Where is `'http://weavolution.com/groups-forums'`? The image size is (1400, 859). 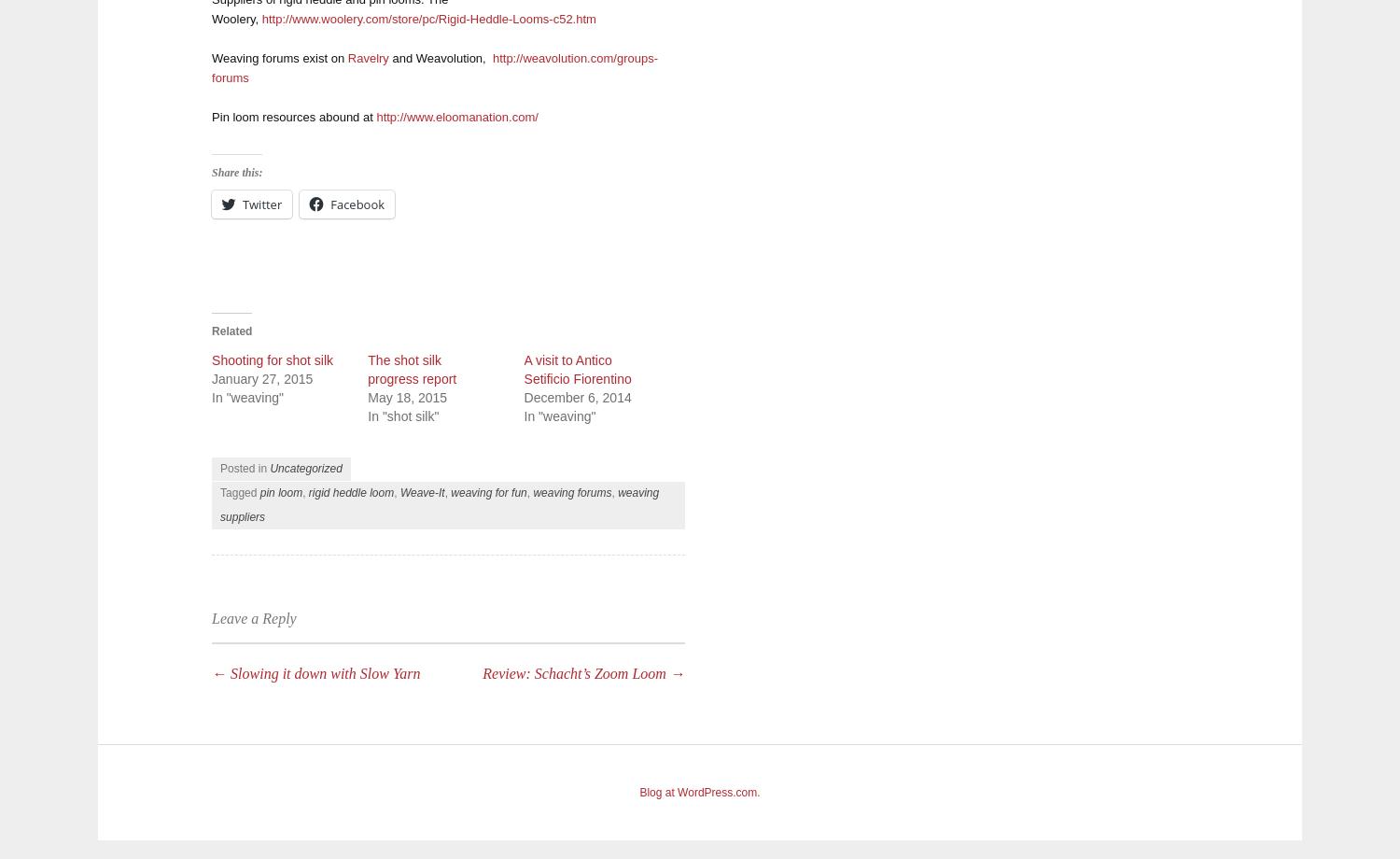 'http://weavolution.com/groups-forums' is located at coordinates (433, 67).